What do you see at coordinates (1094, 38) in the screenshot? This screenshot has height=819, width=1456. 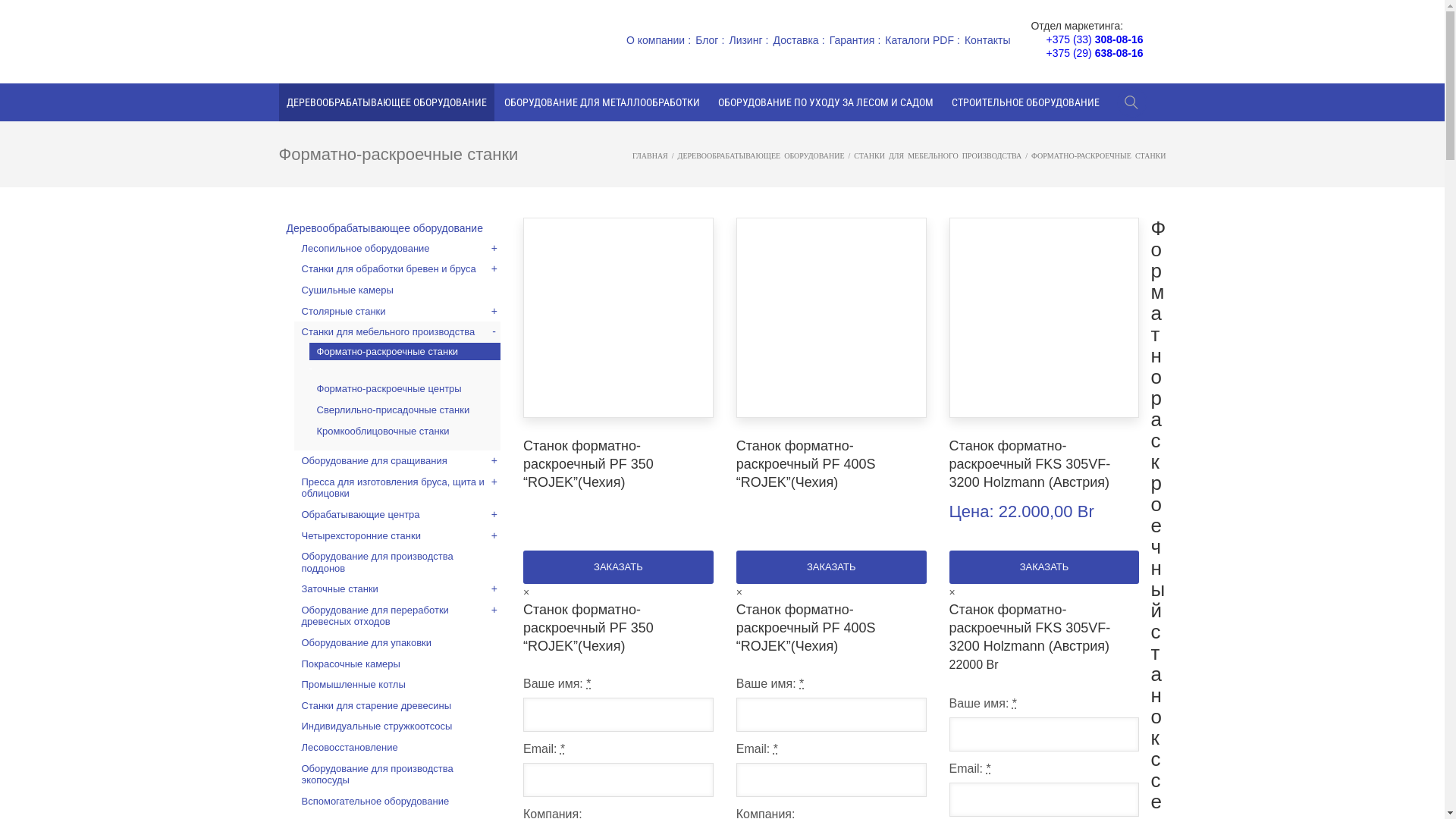 I see `'+375 (33) 308-08-16'` at bounding box center [1094, 38].